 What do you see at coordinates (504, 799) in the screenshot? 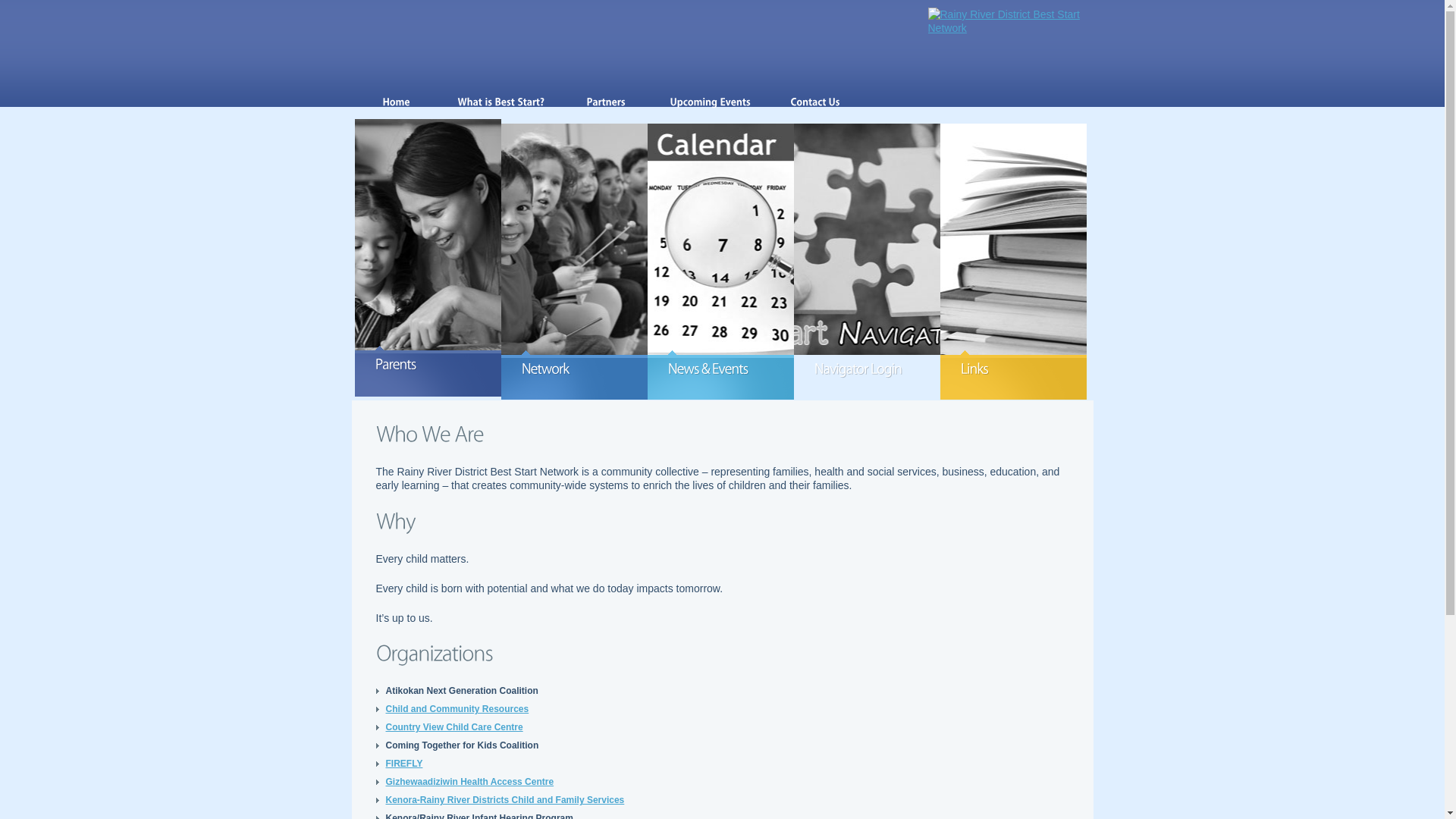
I see `'Kenora-Rainy River Districts Child and Family Services'` at bounding box center [504, 799].